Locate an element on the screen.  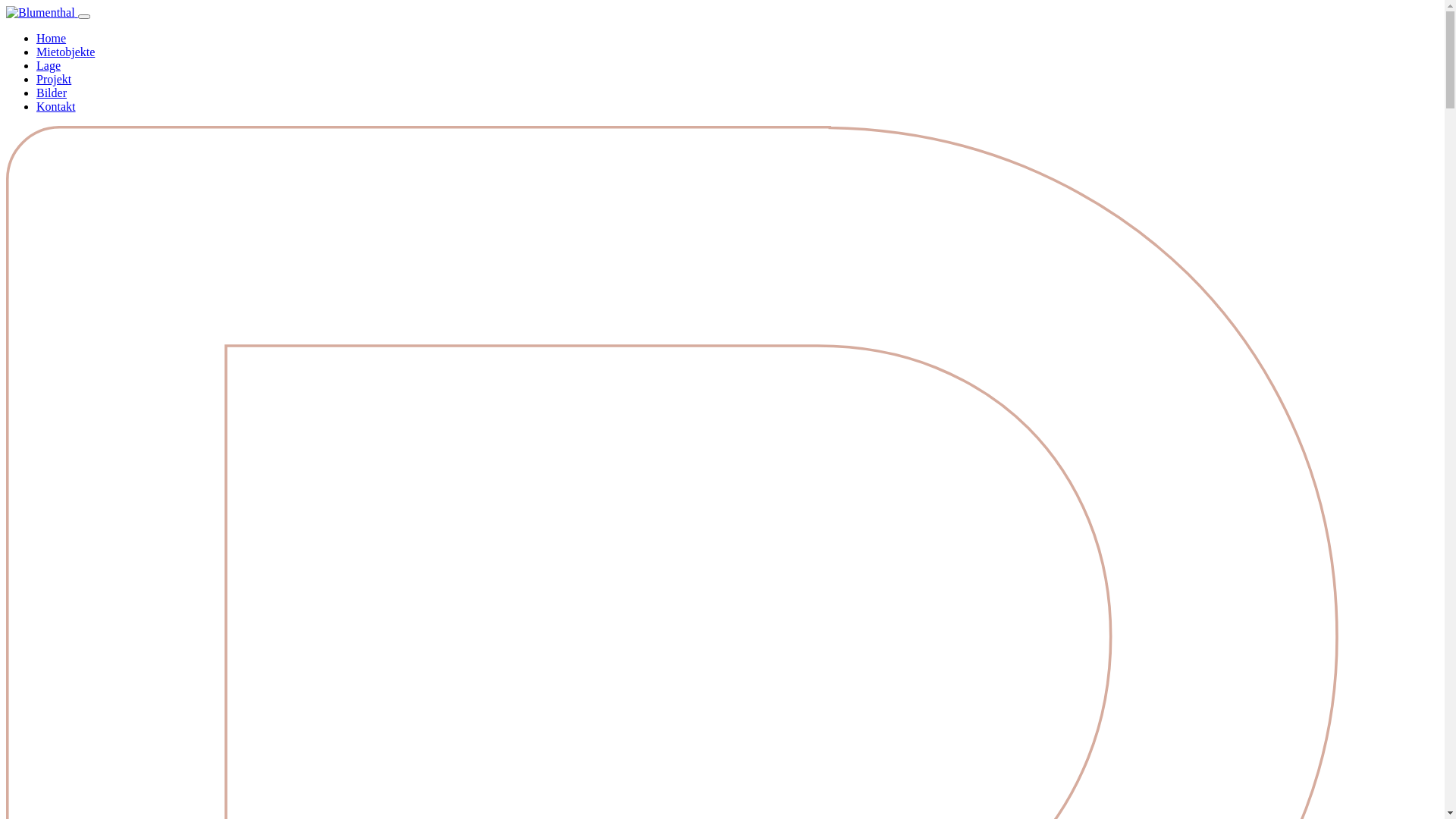
'Mietobjekte' is located at coordinates (64, 51).